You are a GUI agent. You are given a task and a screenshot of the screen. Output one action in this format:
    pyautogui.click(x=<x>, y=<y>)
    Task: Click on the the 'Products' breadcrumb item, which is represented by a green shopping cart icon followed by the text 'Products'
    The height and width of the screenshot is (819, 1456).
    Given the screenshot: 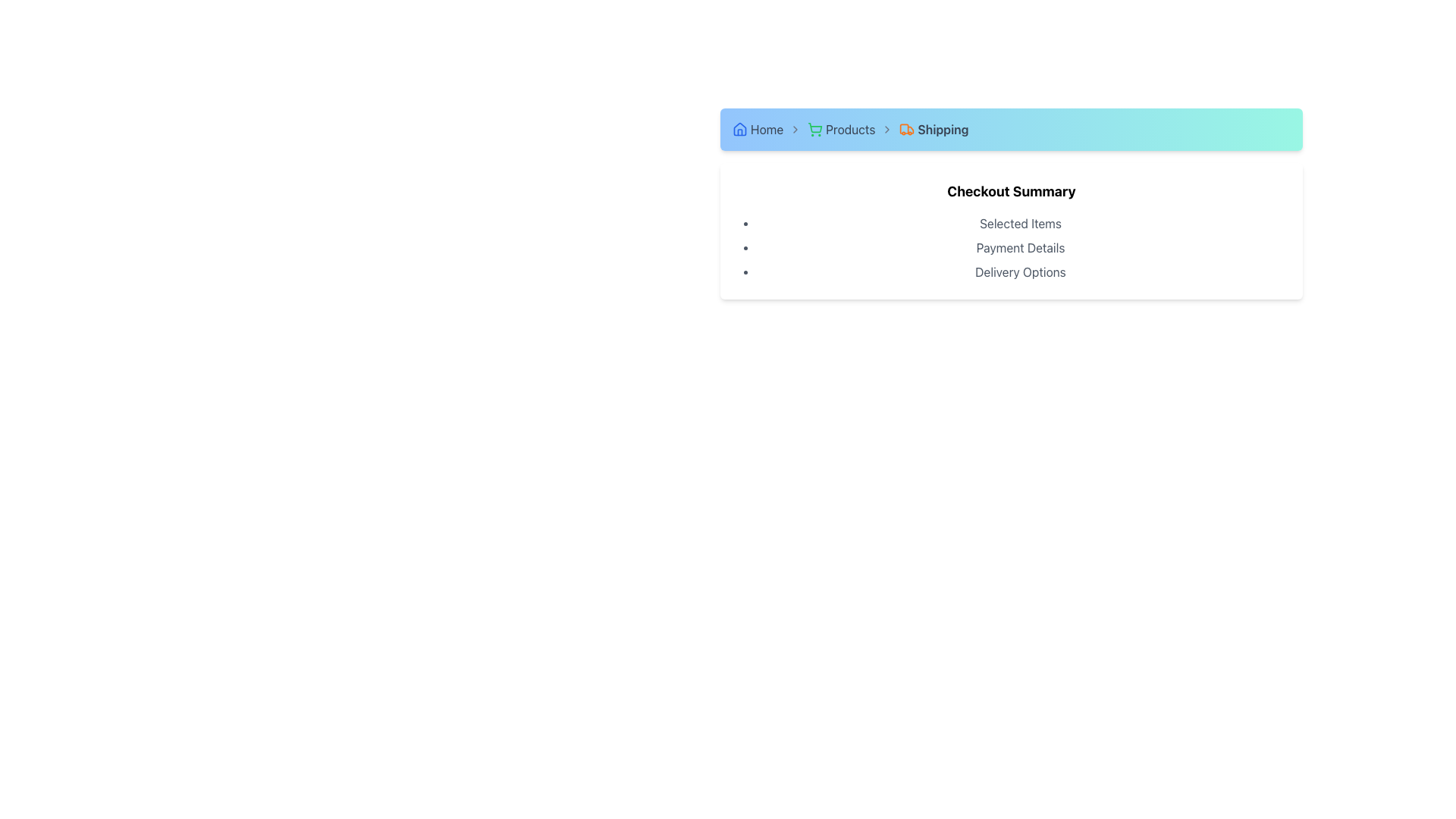 What is the action you would take?
    pyautogui.click(x=840, y=128)
    